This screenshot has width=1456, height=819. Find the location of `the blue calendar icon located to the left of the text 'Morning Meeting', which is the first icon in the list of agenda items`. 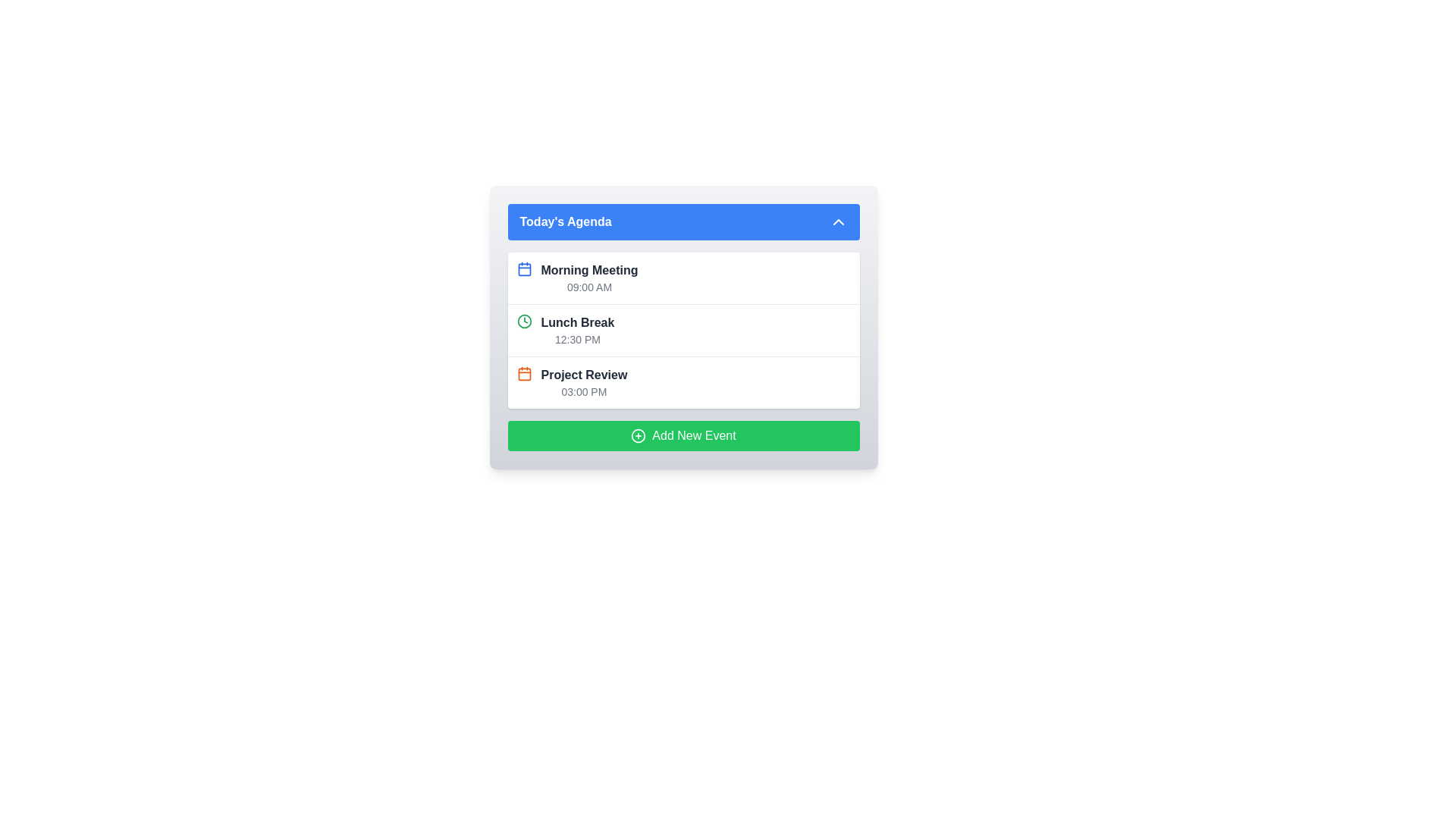

the blue calendar icon located to the left of the text 'Morning Meeting', which is the first icon in the list of agenda items is located at coordinates (524, 268).